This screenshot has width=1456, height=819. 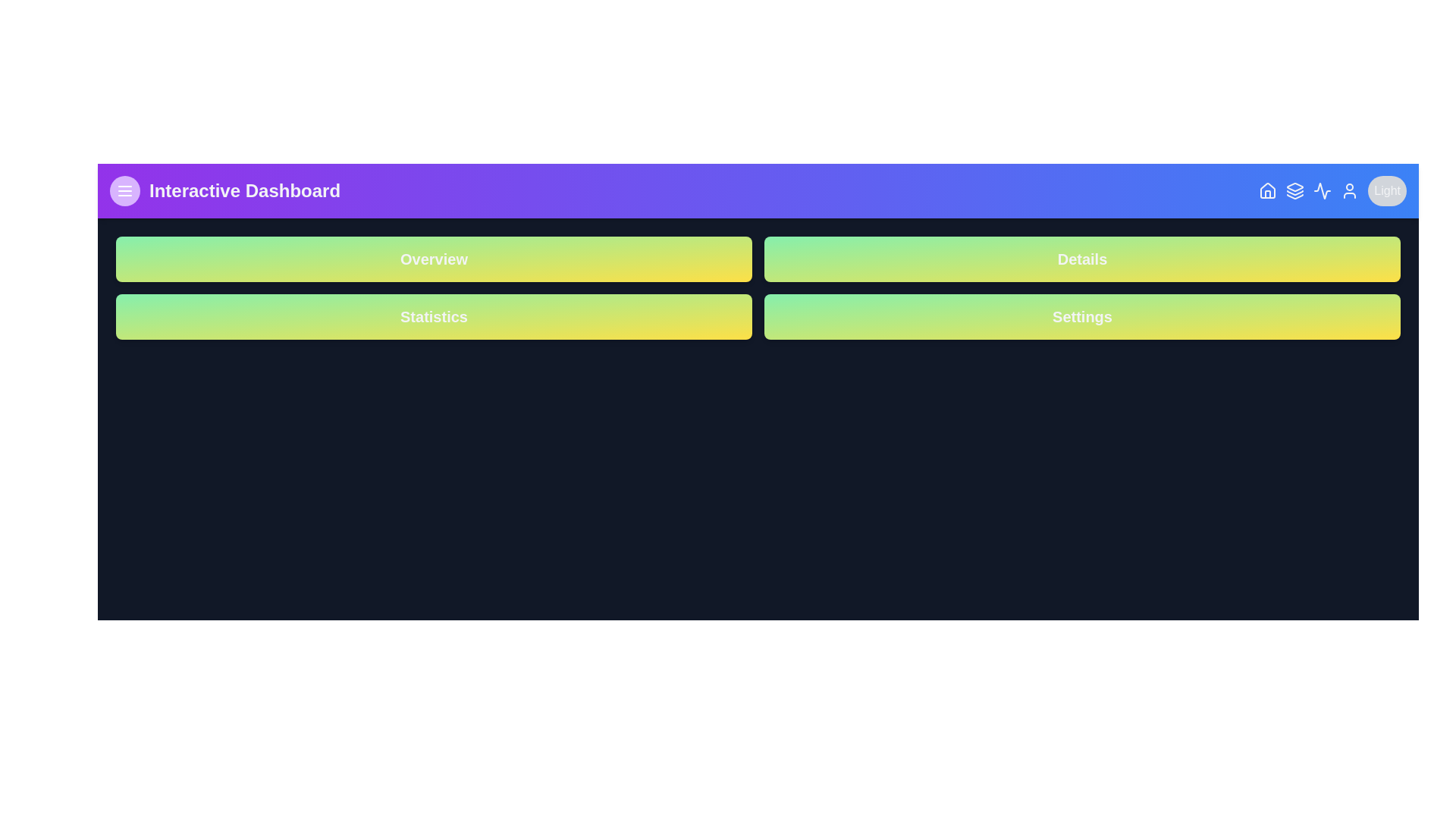 I want to click on the Home icon in the header, so click(x=1268, y=190).